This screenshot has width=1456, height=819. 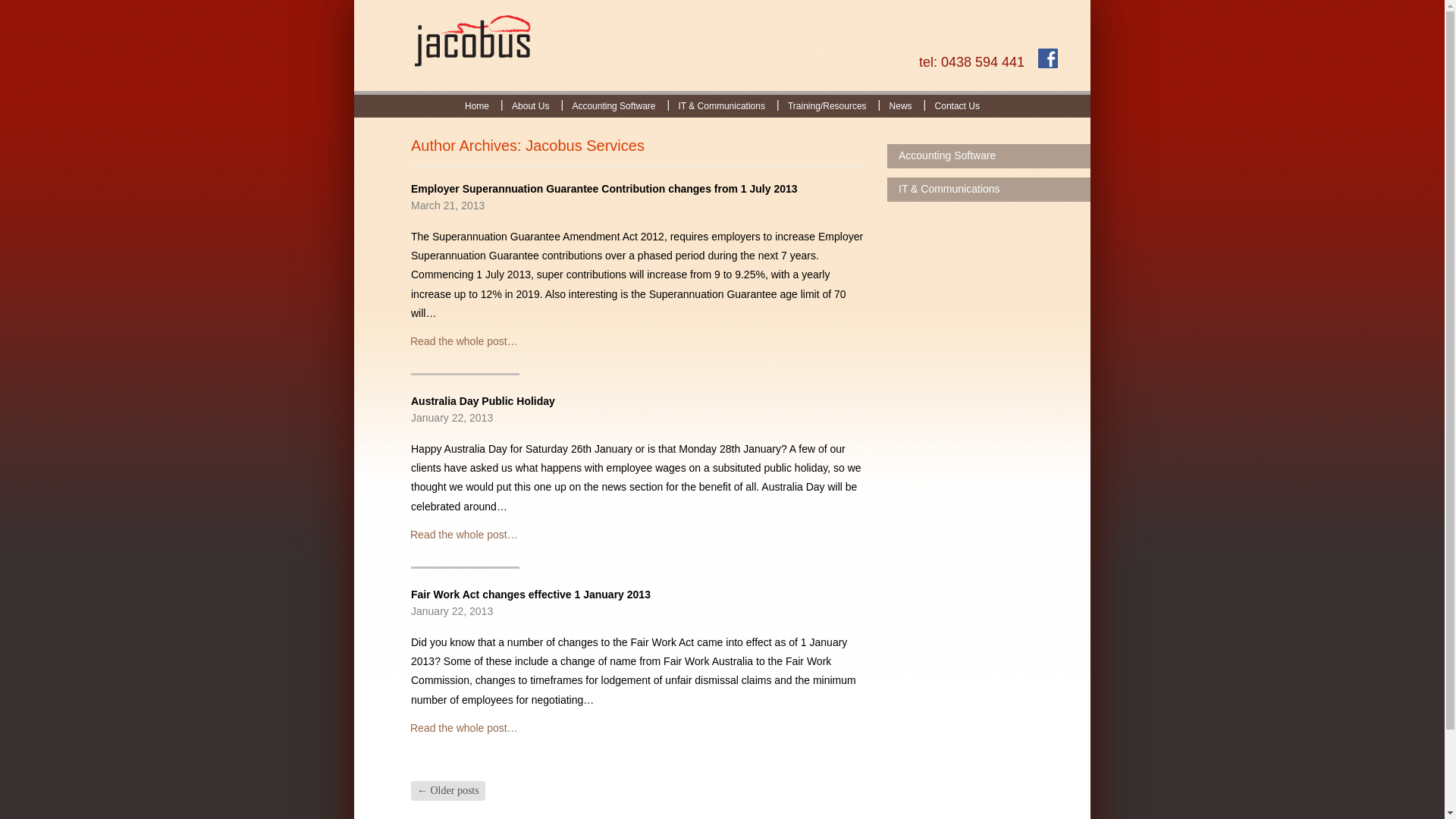 I want to click on 'IT & Communications', so click(x=666, y=105).